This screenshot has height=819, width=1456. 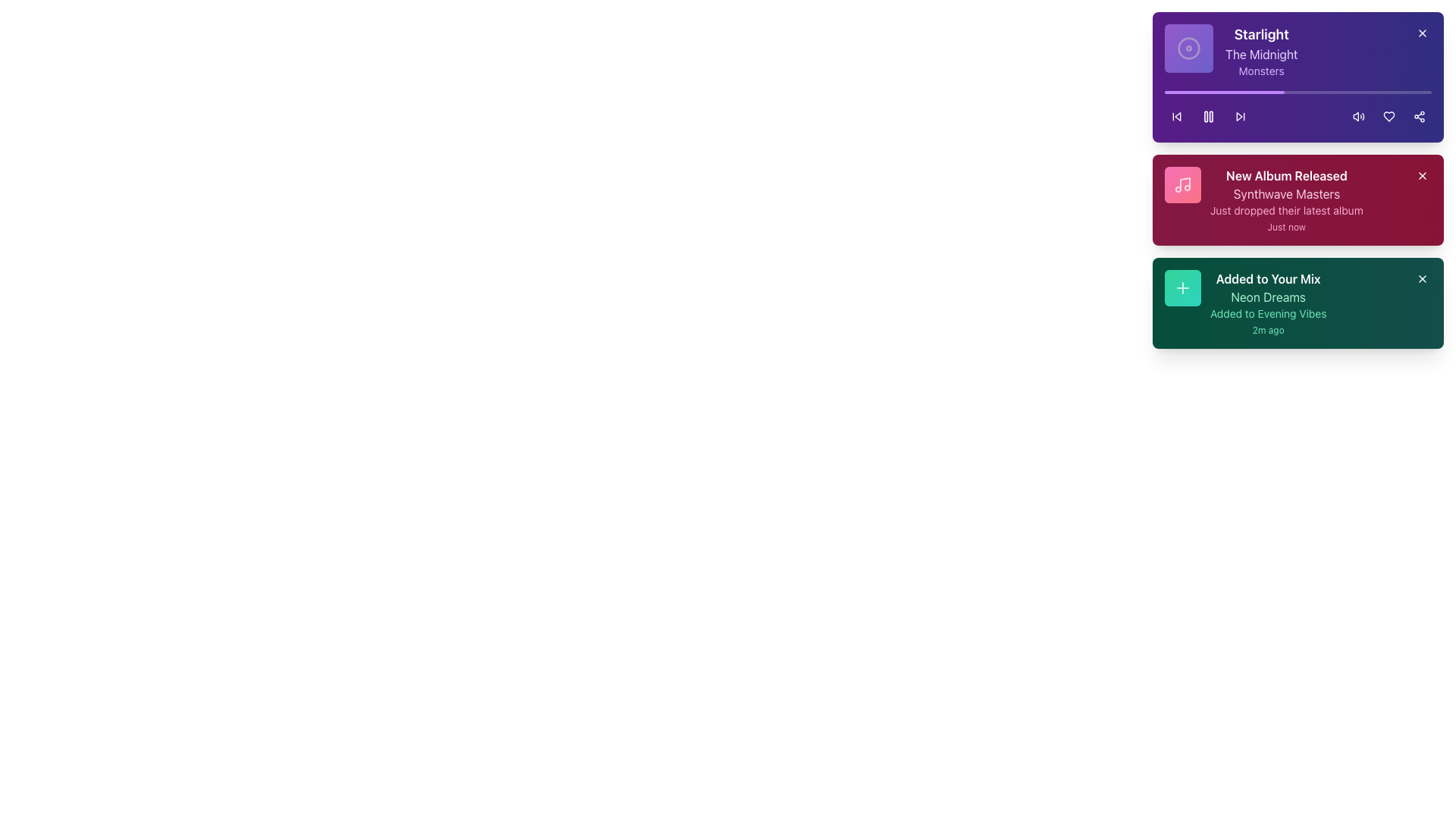 I want to click on the 'Like' or 'Favorite' button located within the purple notification card, positioned between the volume icon and the share icon, to favorite the content, so click(x=1389, y=116).